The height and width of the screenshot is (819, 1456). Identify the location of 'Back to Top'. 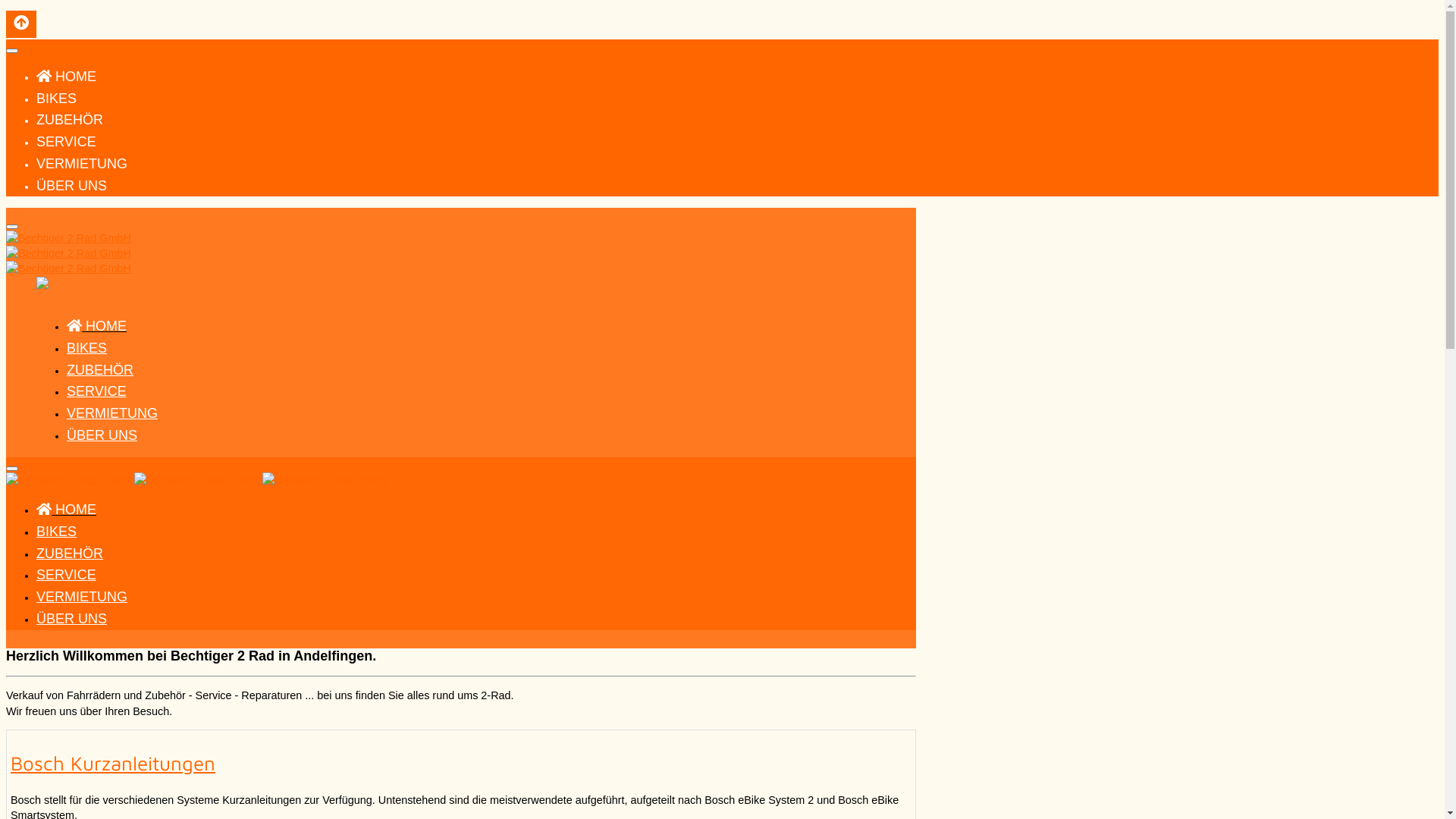
(21, 24).